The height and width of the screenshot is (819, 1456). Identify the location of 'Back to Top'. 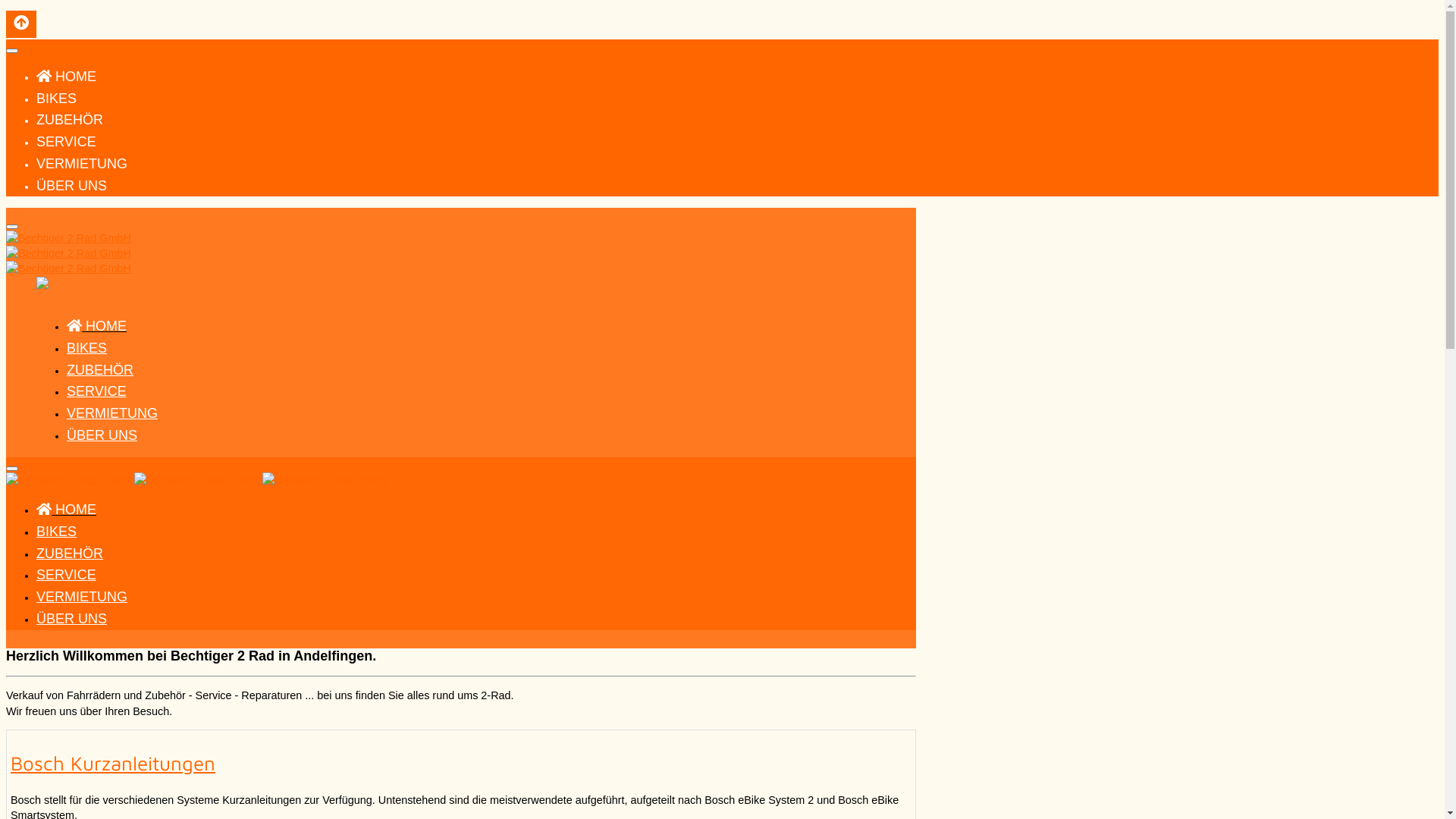
(21, 24).